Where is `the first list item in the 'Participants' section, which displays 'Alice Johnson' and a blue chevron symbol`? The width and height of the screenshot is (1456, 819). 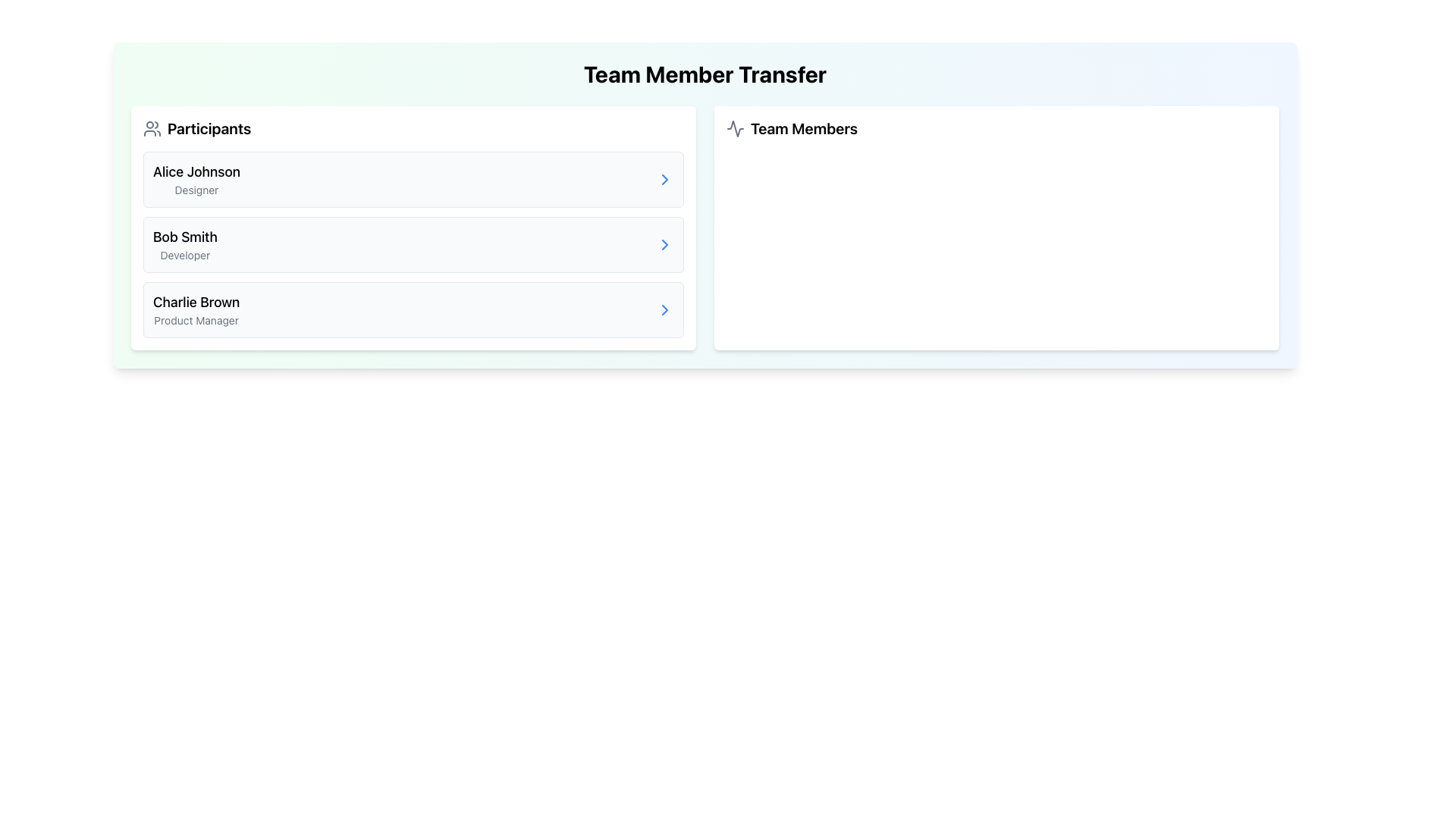
the first list item in the 'Participants' section, which displays 'Alice Johnson' and a blue chevron symbol is located at coordinates (413, 178).